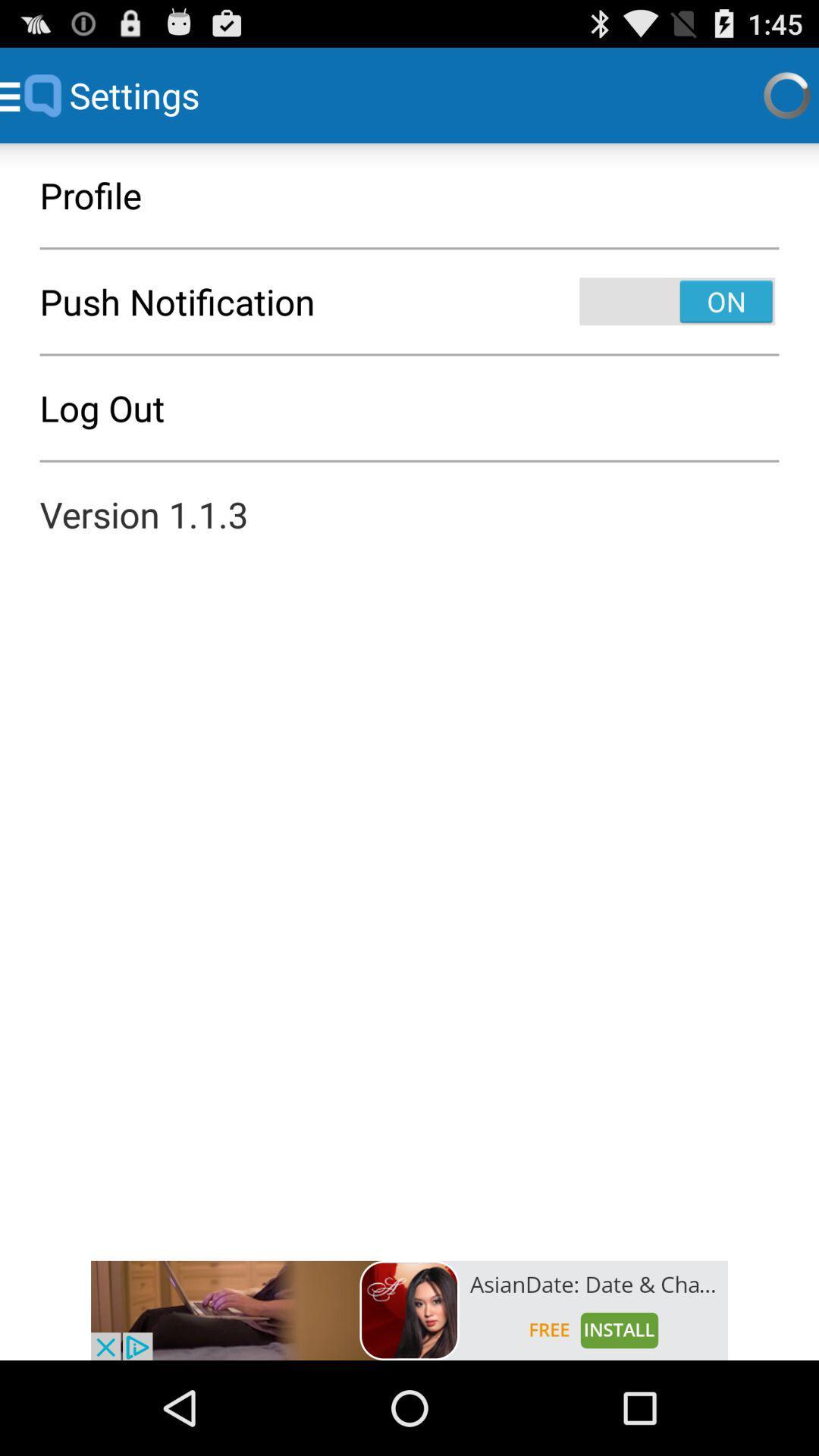  Describe the element at coordinates (409, 1310) in the screenshot. I see `advertisement` at that location.